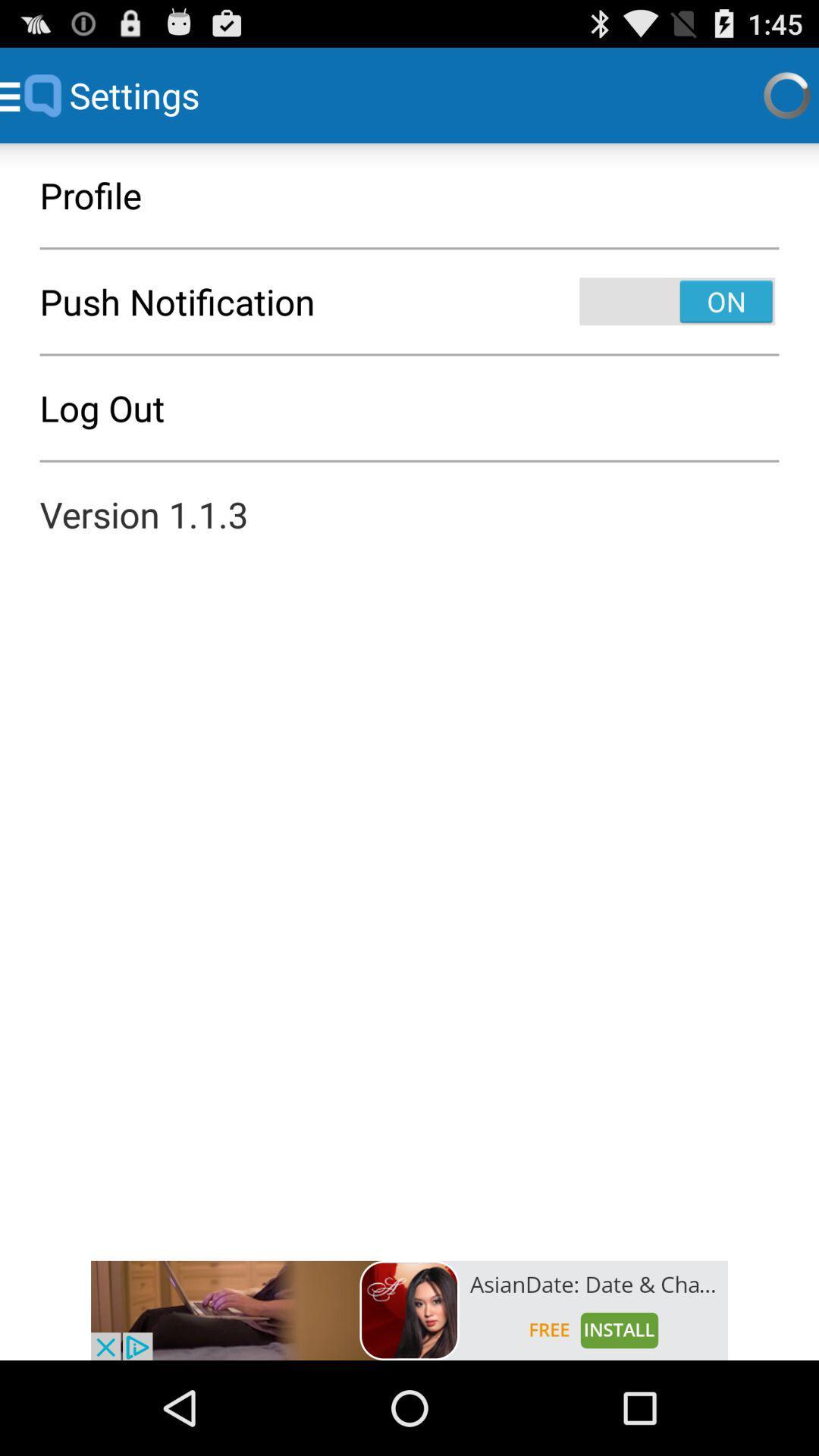  Describe the element at coordinates (409, 1310) in the screenshot. I see `advertisement` at that location.